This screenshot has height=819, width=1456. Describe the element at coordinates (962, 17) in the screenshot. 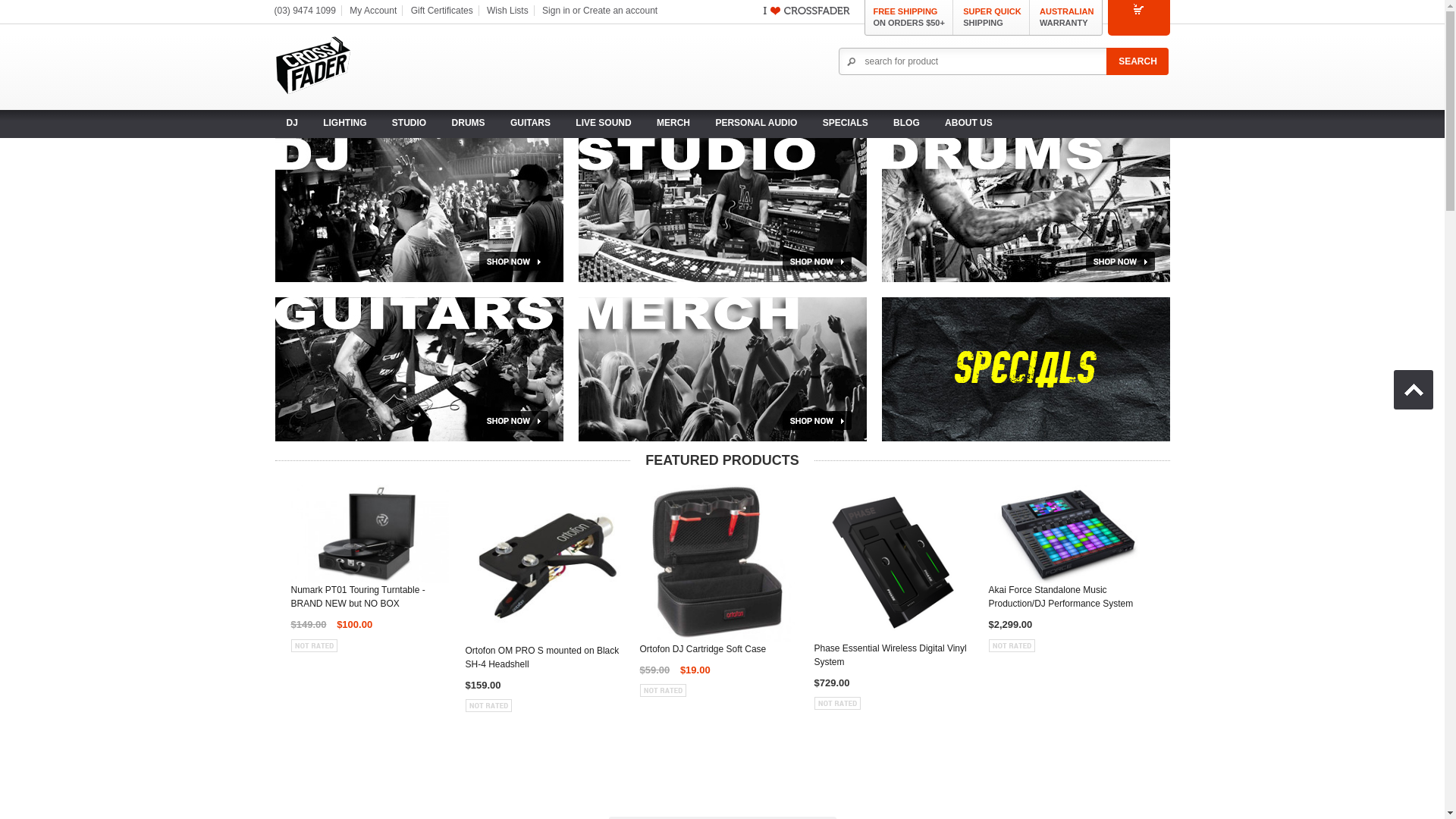

I see `'SUPER QUICK` at that location.